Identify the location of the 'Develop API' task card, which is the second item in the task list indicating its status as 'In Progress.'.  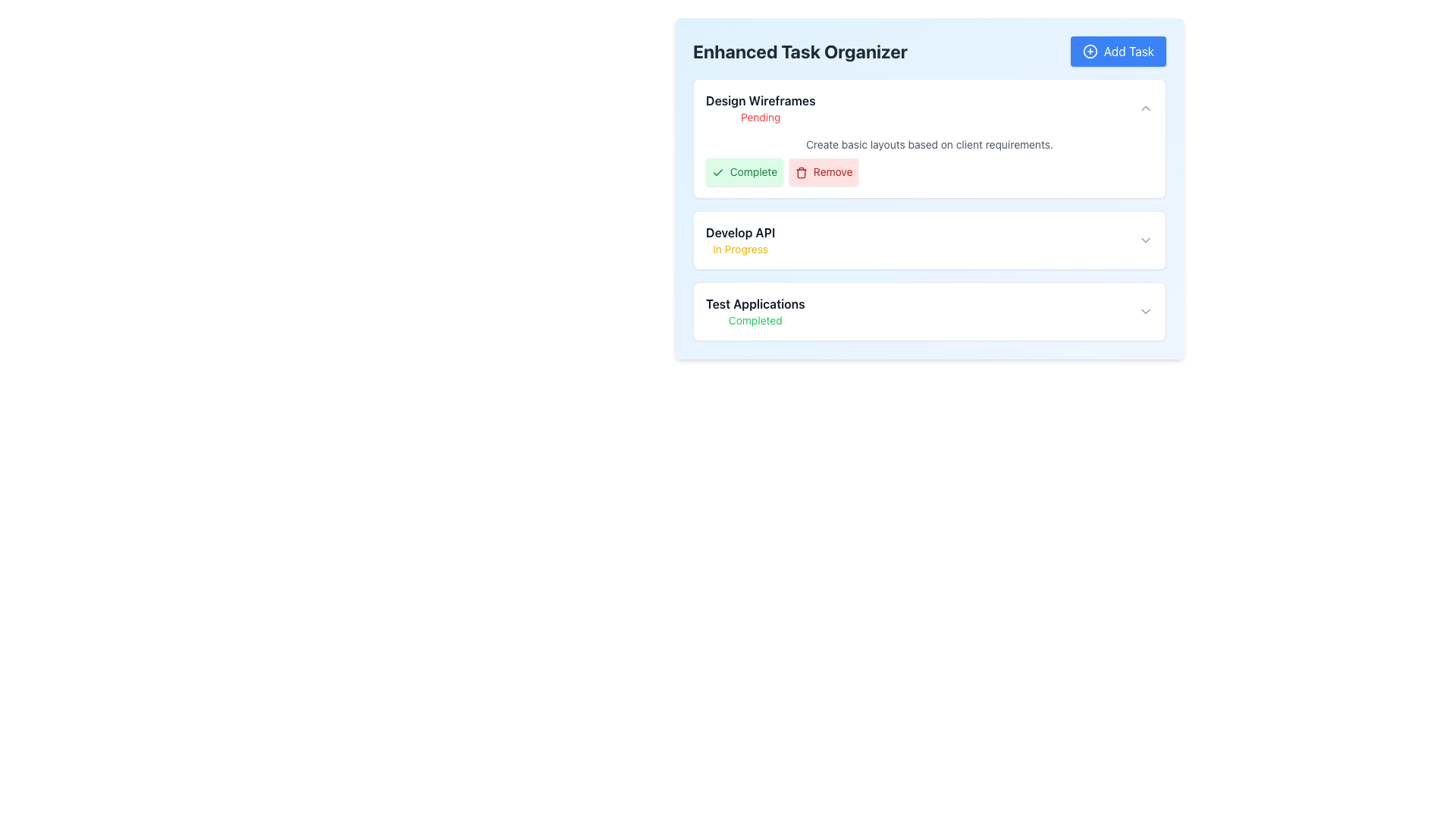
(928, 239).